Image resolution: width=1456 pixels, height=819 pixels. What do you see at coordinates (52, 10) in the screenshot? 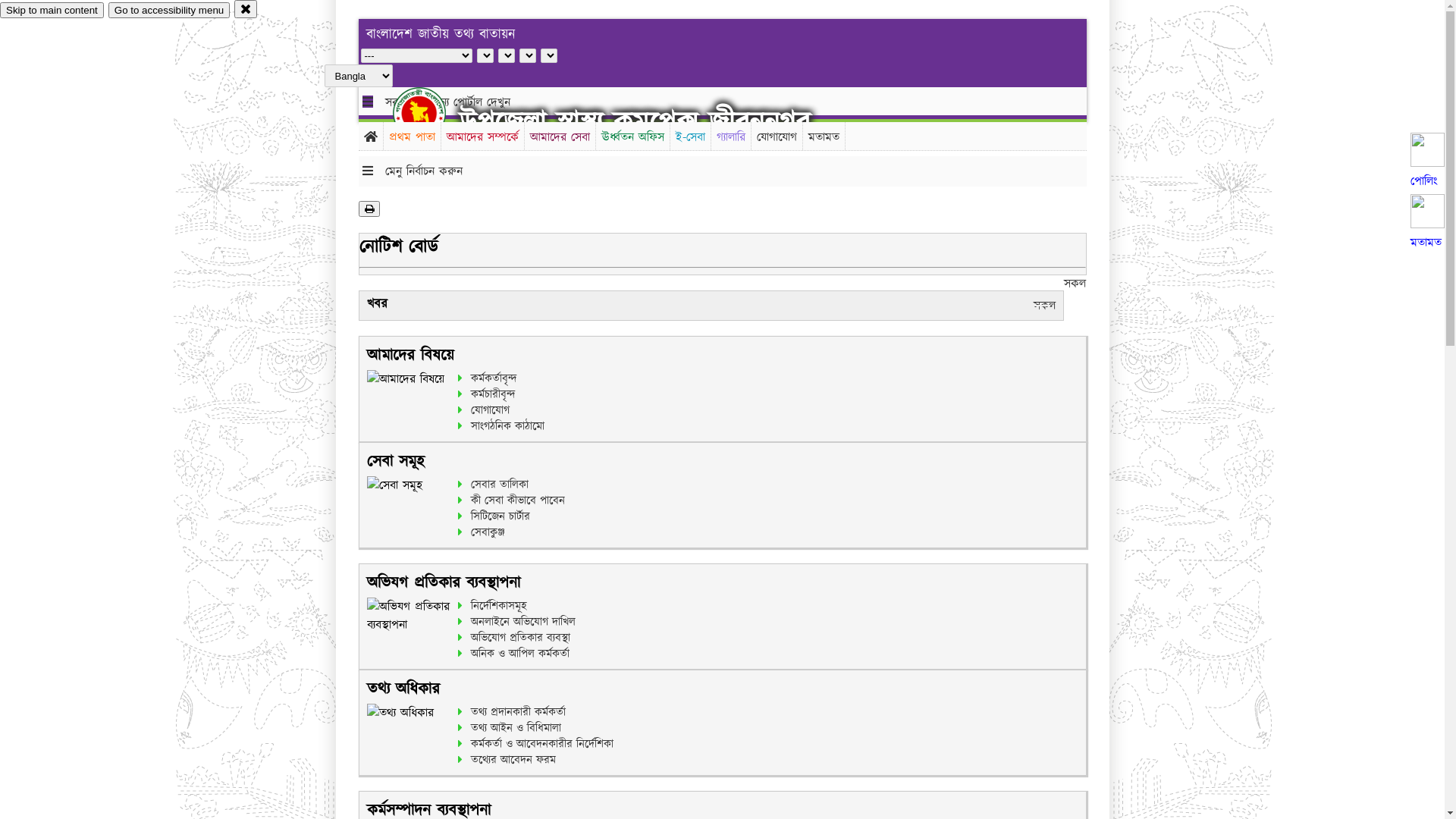
I see `'Skip to main content'` at bounding box center [52, 10].